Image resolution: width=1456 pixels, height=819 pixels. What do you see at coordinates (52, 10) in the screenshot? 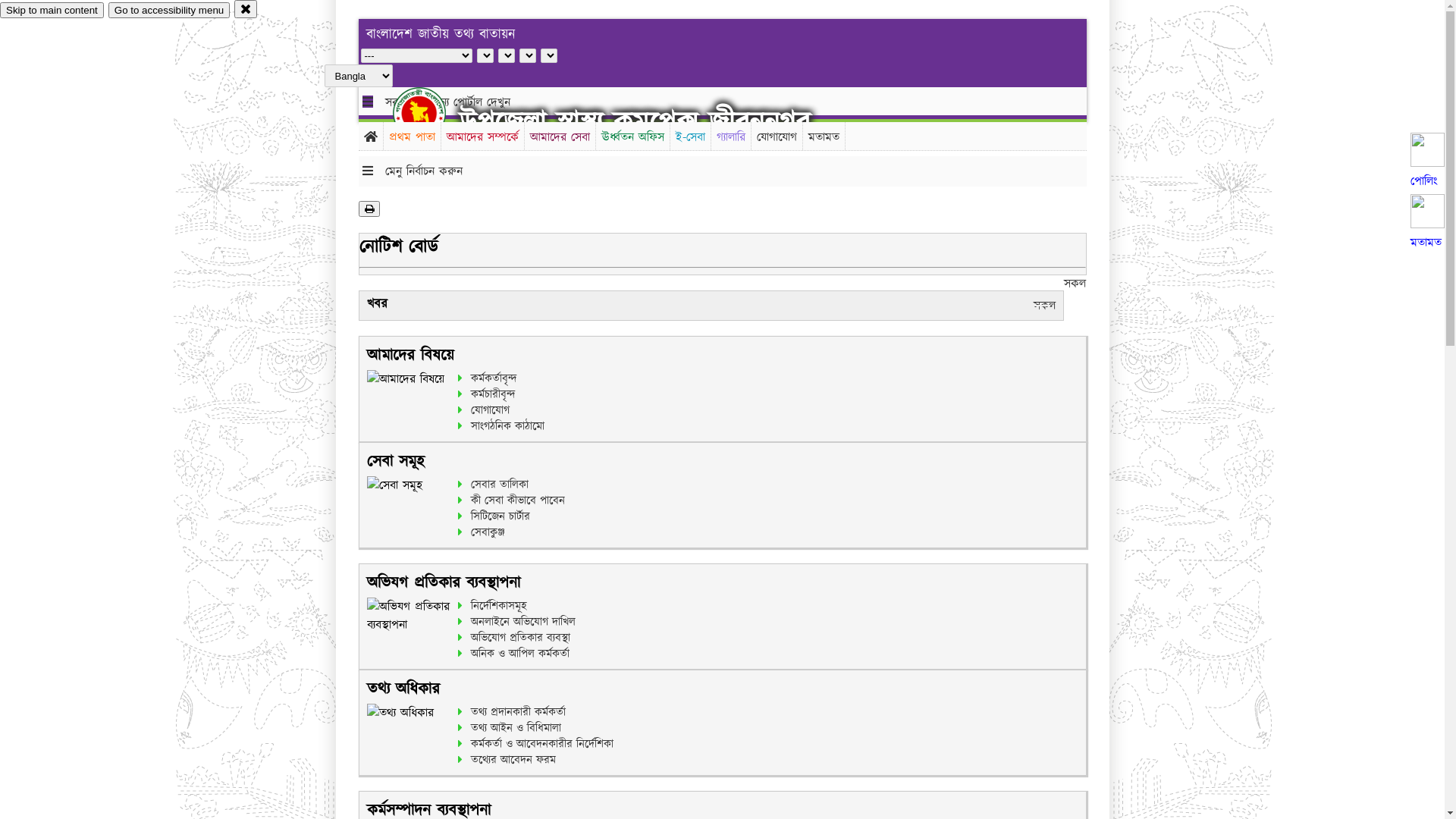
I see `'Skip to main content'` at bounding box center [52, 10].